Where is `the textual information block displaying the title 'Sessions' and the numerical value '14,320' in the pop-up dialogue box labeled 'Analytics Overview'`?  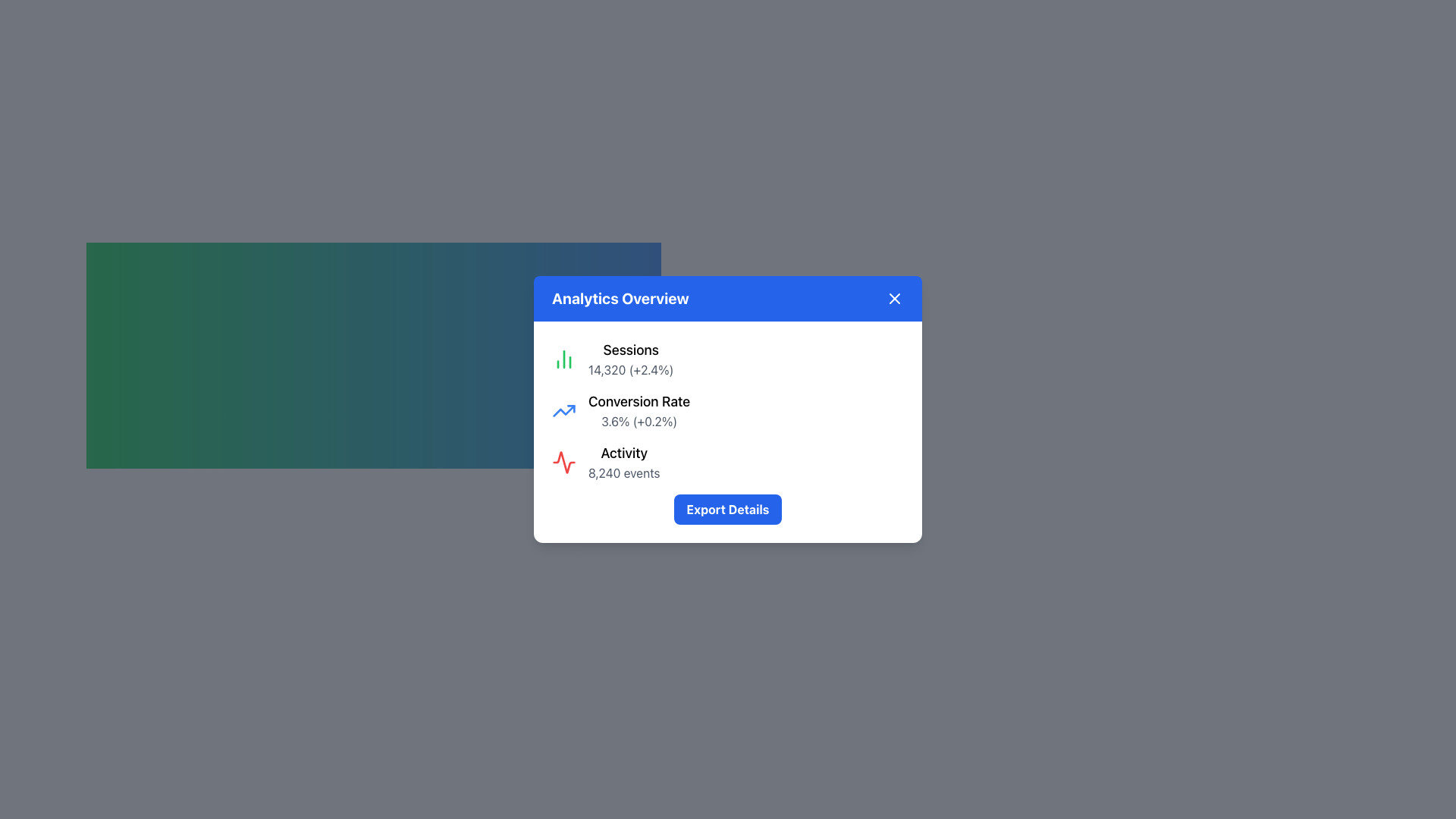
the textual information block displaying the title 'Sessions' and the numerical value '14,320' in the pop-up dialogue box labeled 'Analytics Overview' is located at coordinates (631, 359).